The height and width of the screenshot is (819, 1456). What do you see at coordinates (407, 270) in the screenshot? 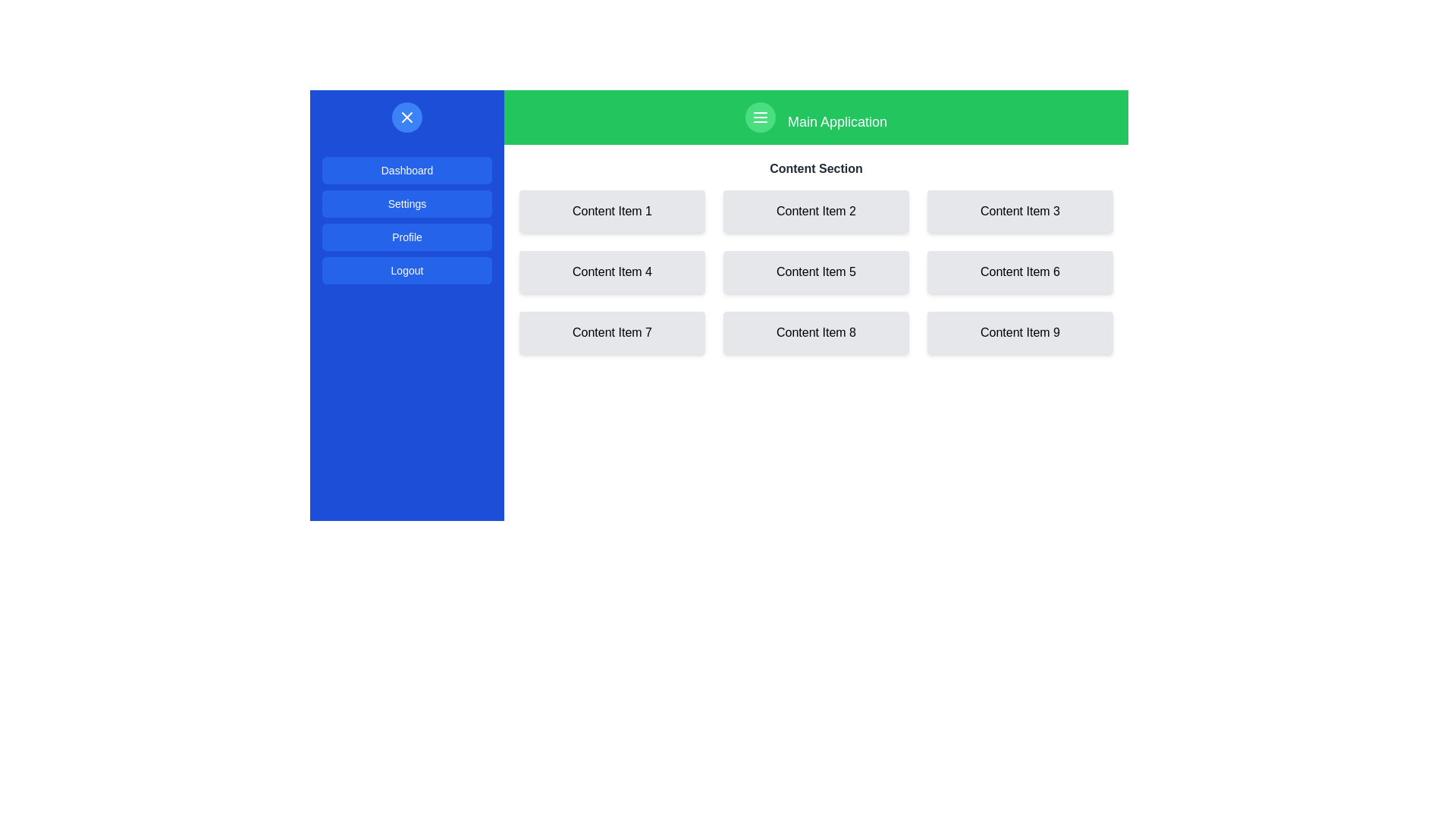
I see `the 'Logout' button, which is a rectangular button with rounded edges, blue background, and white text, positioned beneath the 'Profile' button in a vertical list` at bounding box center [407, 270].